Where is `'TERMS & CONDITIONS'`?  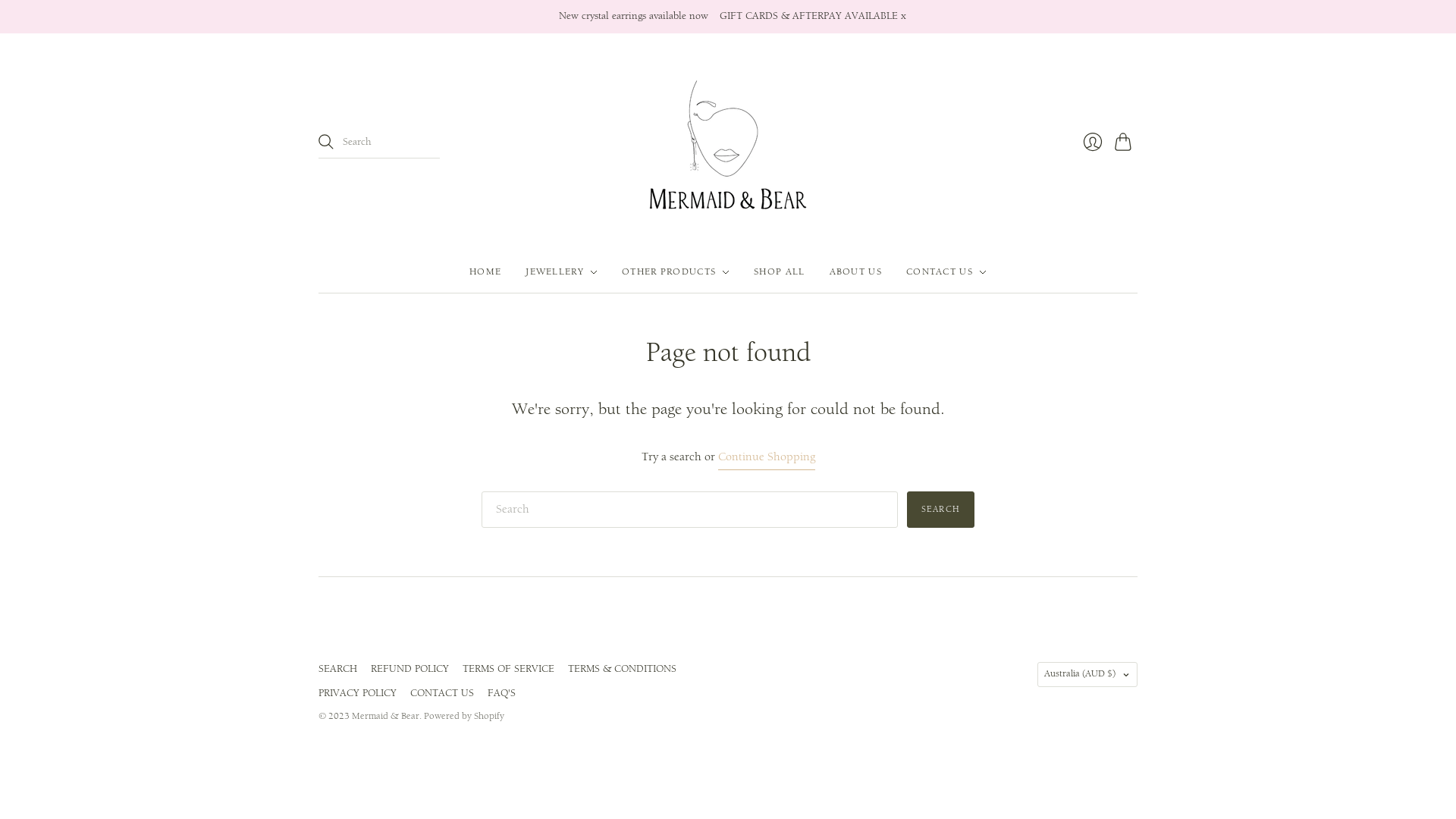 'TERMS & CONDITIONS' is located at coordinates (622, 668).